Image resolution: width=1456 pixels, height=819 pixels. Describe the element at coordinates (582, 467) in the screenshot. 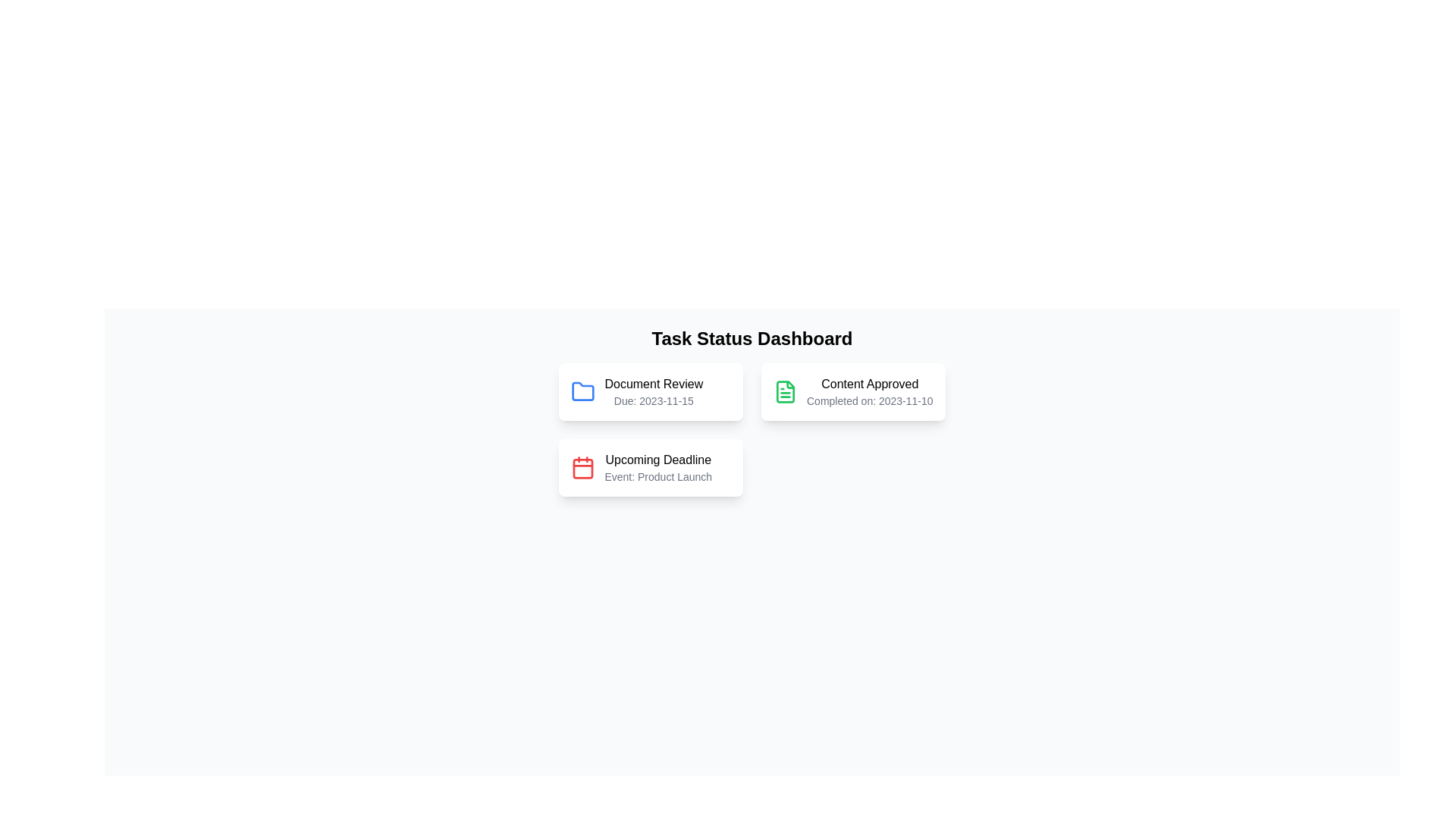

I see `the calendar icon located at the leftmost region of the 'Upcoming Deadline' card to interact with the card` at that location.